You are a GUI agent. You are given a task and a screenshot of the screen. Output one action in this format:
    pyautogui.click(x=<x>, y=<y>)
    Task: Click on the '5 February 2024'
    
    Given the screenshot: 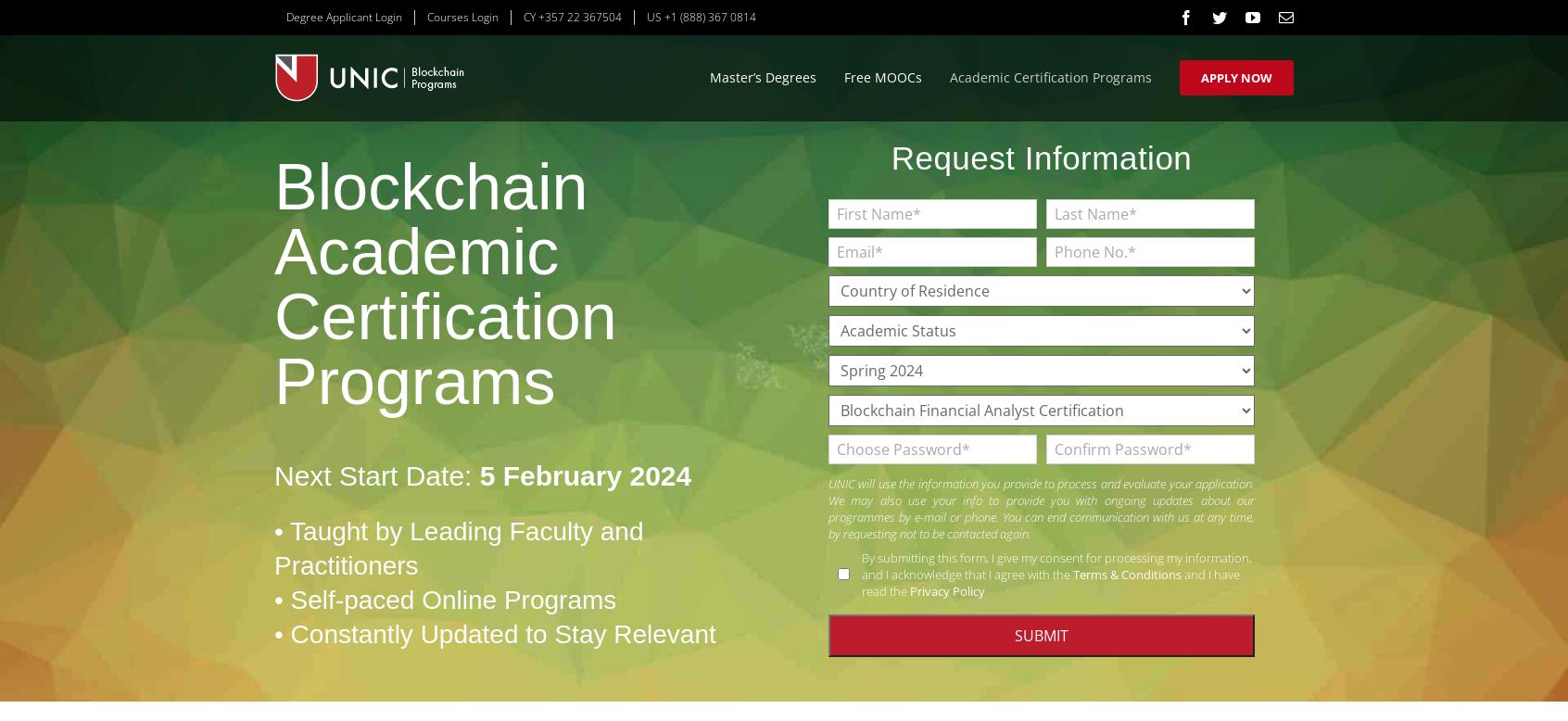 What is the action you would take?
    pyautogui.click(x=584, y=474)
    